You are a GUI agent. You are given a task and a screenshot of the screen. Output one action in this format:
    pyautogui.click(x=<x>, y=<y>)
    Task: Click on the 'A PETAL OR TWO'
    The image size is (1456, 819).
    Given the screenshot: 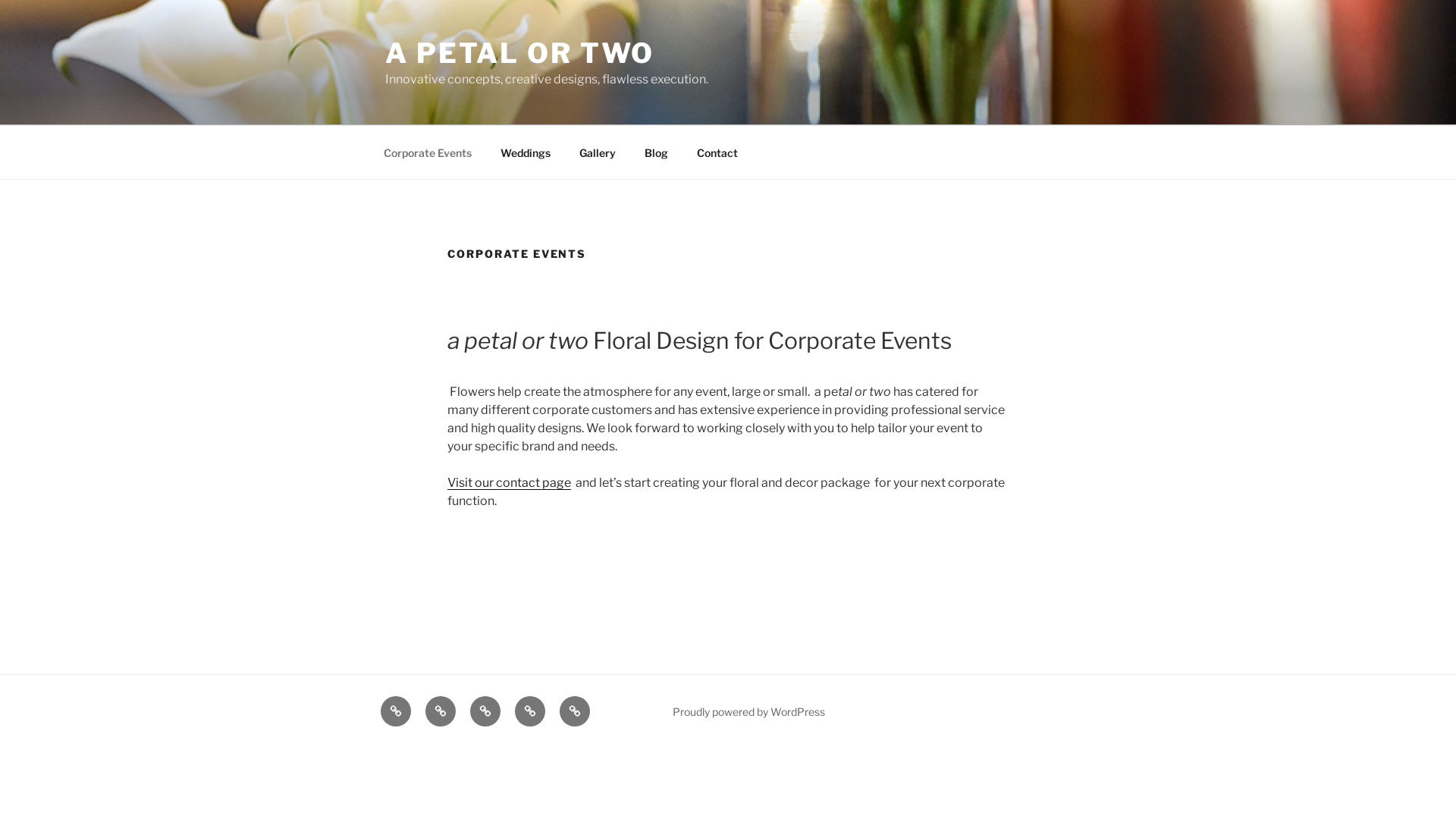 What is the action you would take?
    pyautogui.click(x=385, y=52)
    